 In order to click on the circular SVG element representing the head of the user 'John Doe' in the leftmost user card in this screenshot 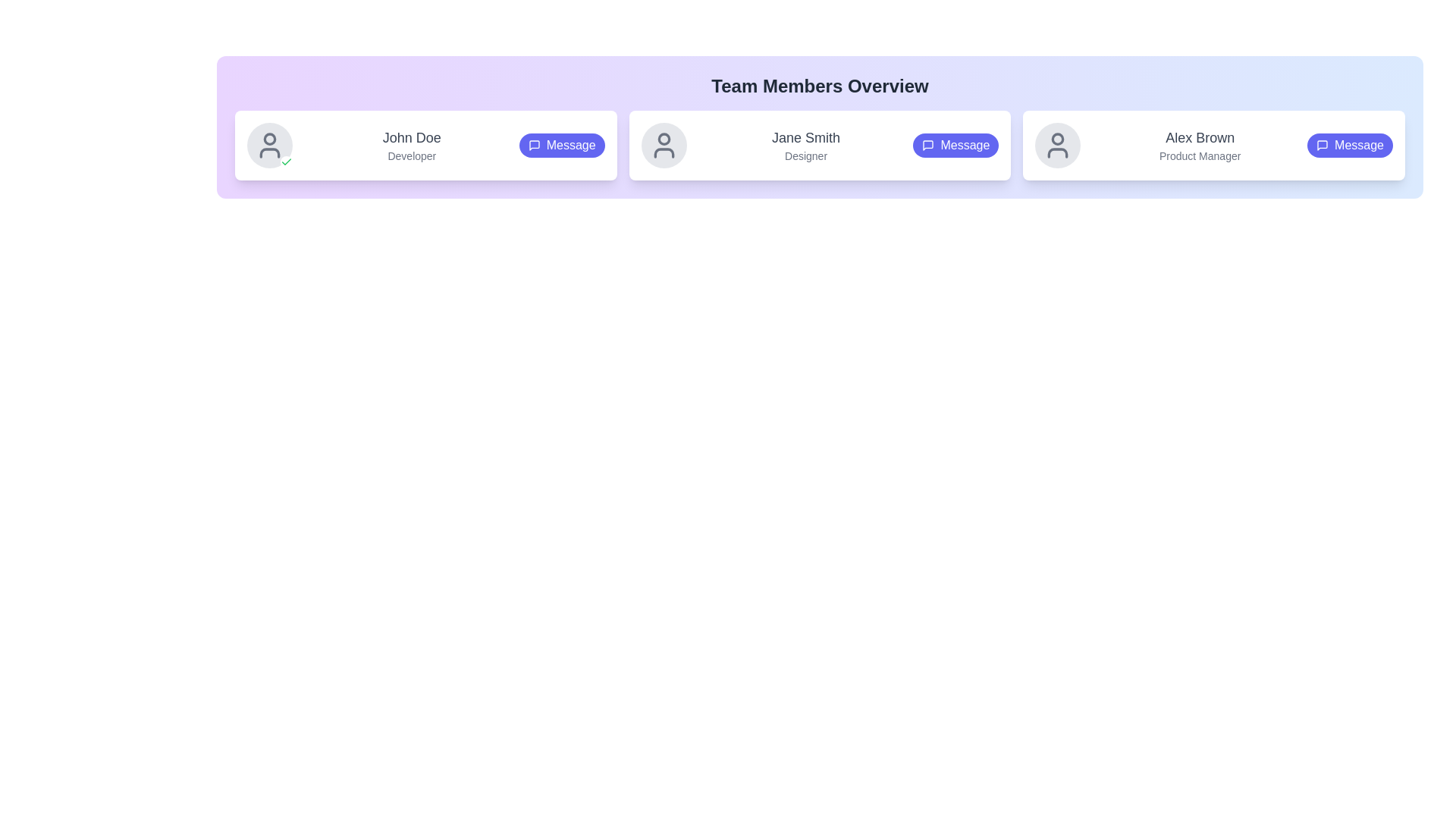, I will do `click(269, 138)`.